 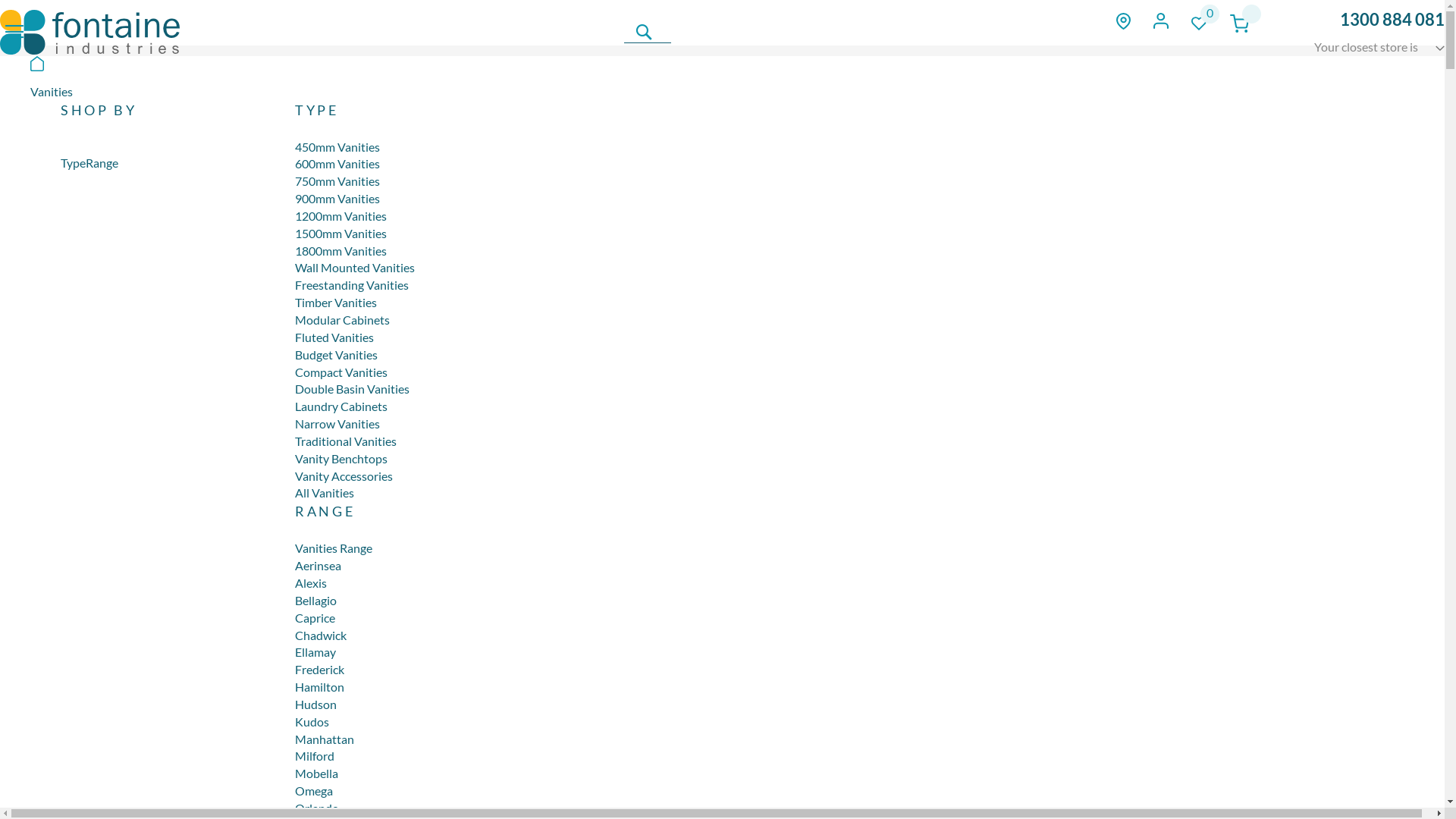 What do you see at coordinates (1153, 20) in the screenshot?
I see `'Account'` at bounding box center [1153, 20].